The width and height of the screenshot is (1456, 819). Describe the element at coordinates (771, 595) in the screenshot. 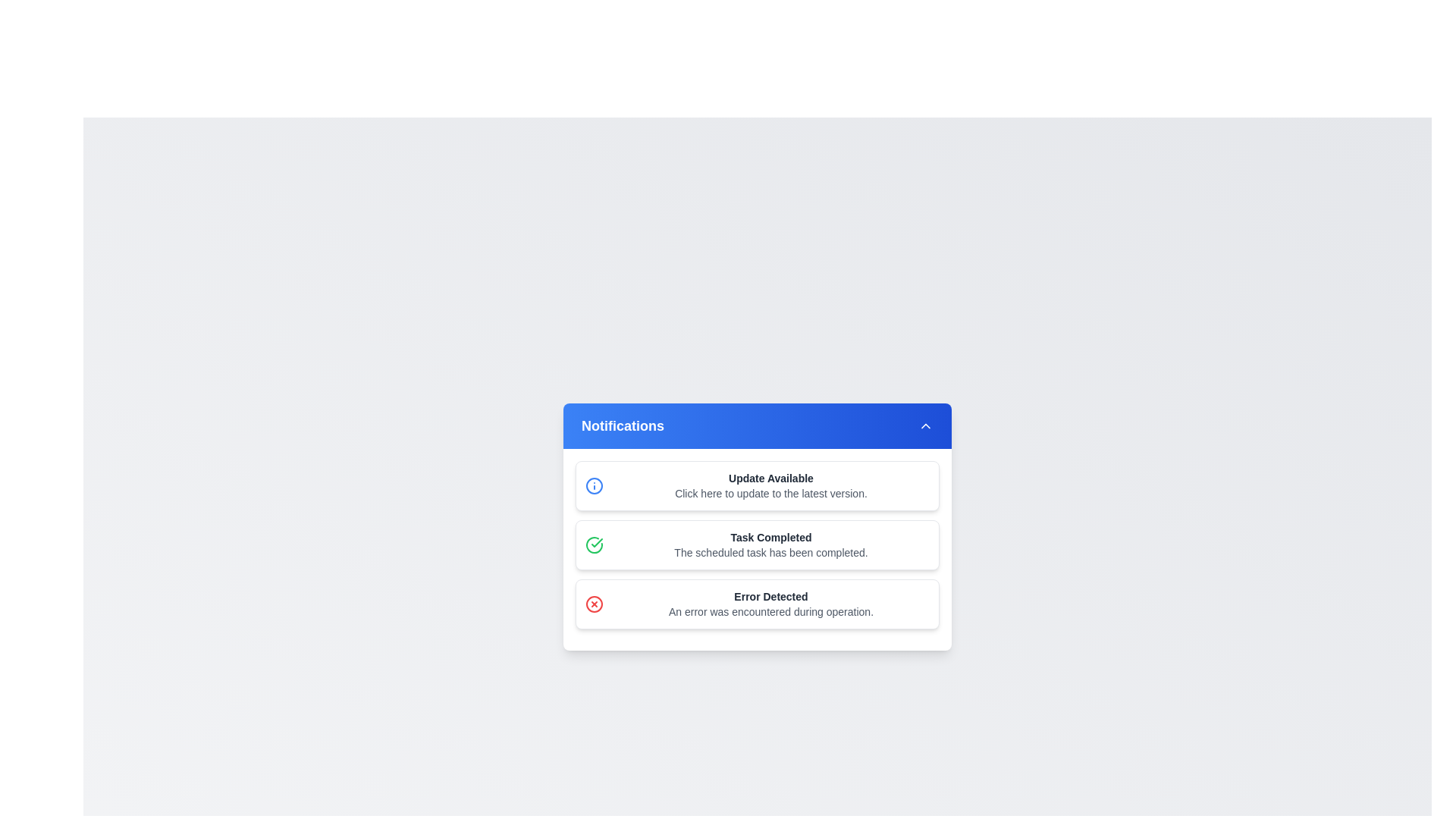

I see `the text label indicating an error status in the bottommost notification card, located above the description 'An error was encountered during operation.' and next to a red error icon` at that location.